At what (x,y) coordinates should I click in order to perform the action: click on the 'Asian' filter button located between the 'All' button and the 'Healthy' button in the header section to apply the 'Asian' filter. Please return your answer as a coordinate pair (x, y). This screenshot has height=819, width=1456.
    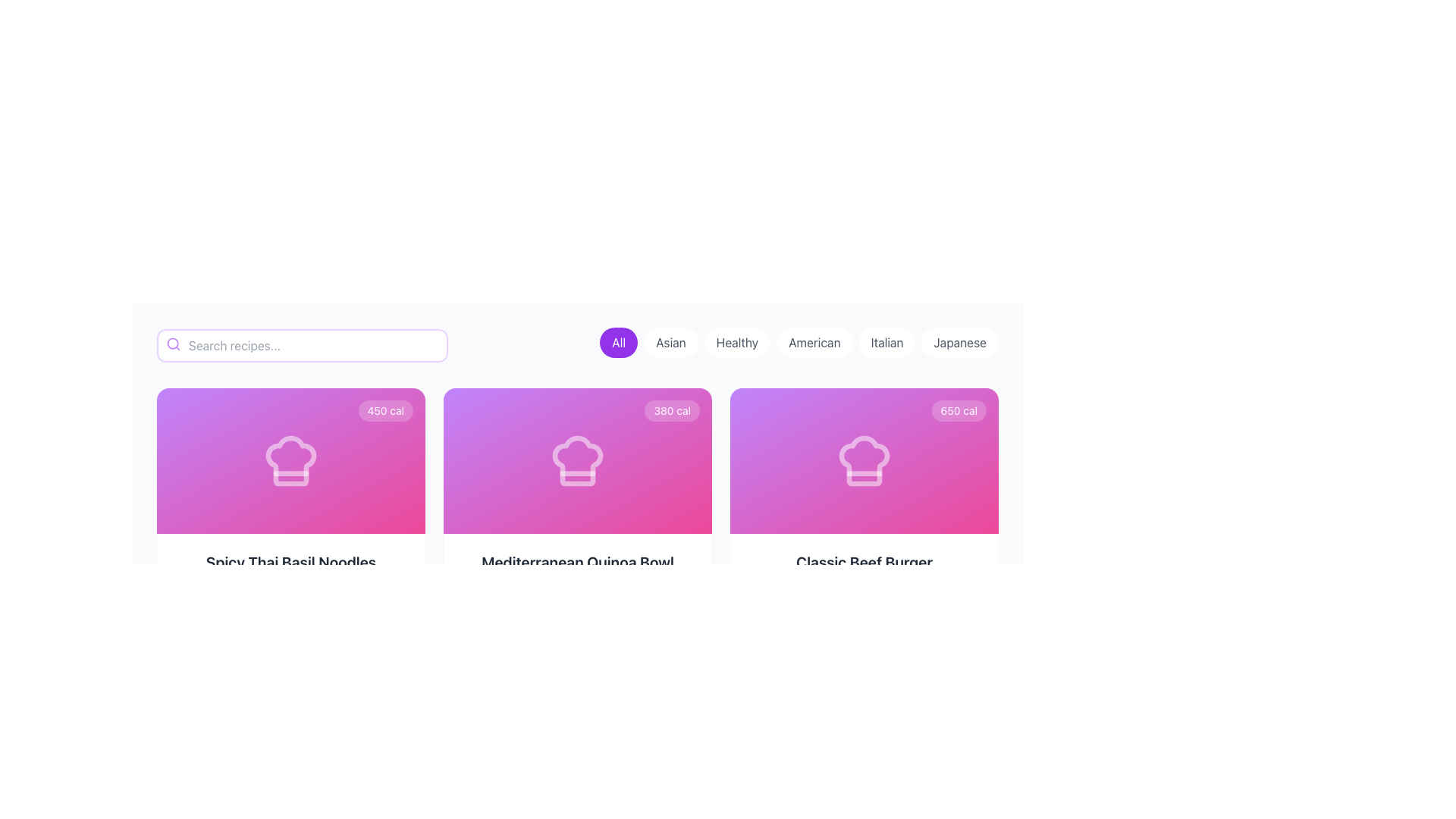
    Looking at the image, I should click on (670, 342).